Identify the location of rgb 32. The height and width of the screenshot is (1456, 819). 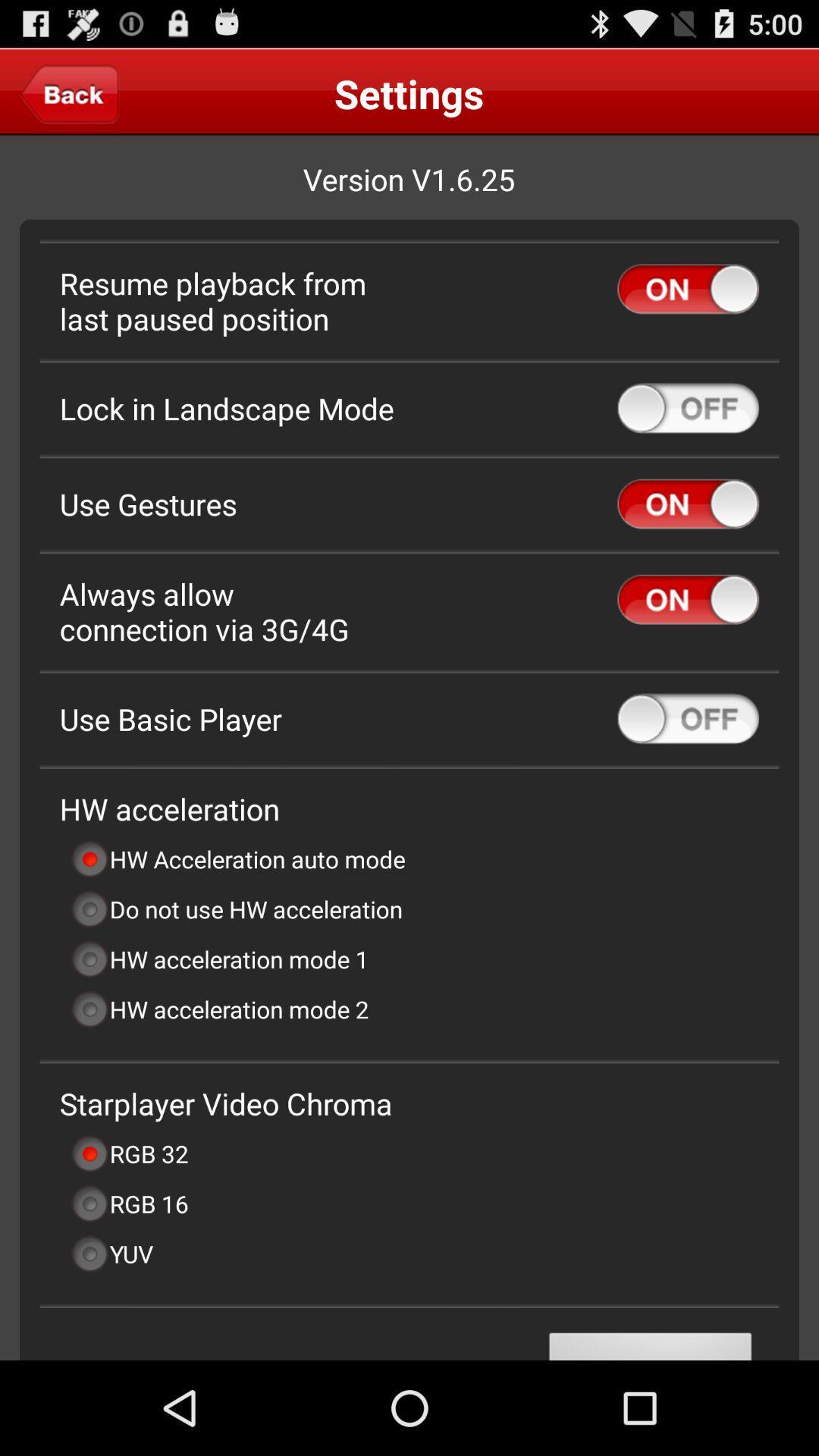
(128, 1153).